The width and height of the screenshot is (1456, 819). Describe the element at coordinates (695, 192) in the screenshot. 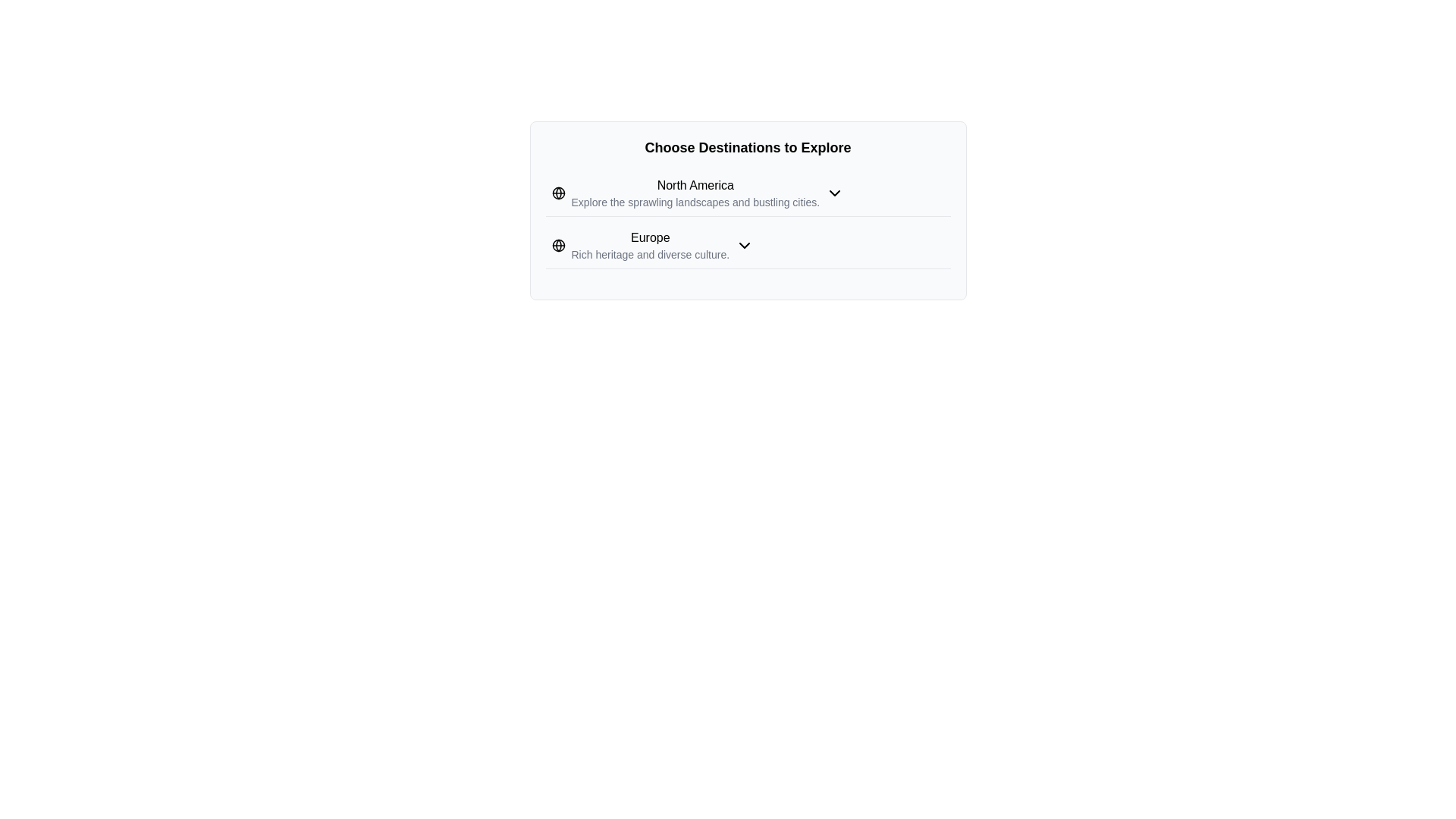

I see `the Text block displaying 'North America' which includes the subtext 'Explore the sprawling landscapes and bustling cities.' This Text block is the first item in a vertical list under the heading 'Choose Destinations` at that location.